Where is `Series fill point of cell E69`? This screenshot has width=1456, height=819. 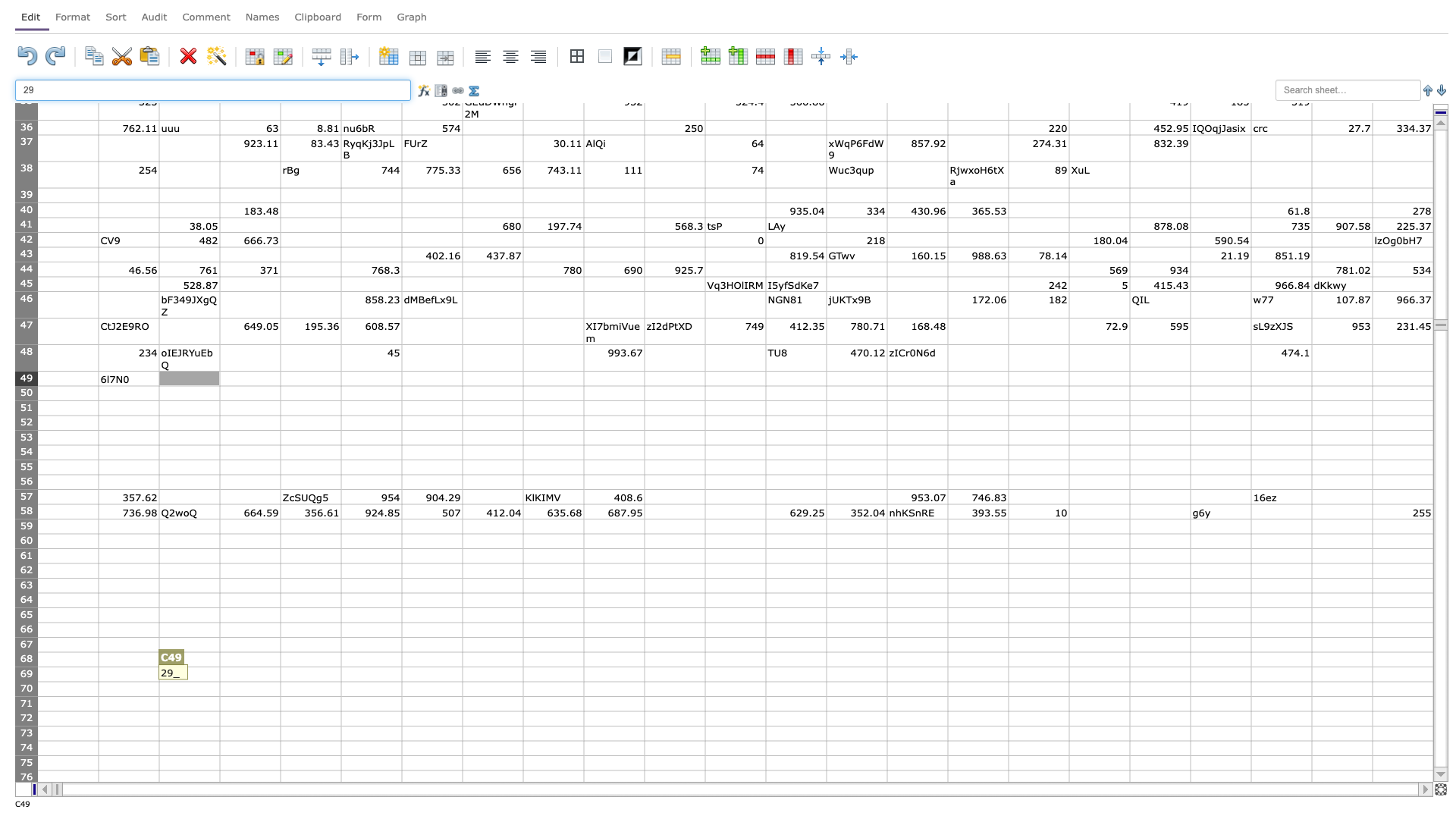
Series fill point of cell E69 is located at coordinates (340, 680).